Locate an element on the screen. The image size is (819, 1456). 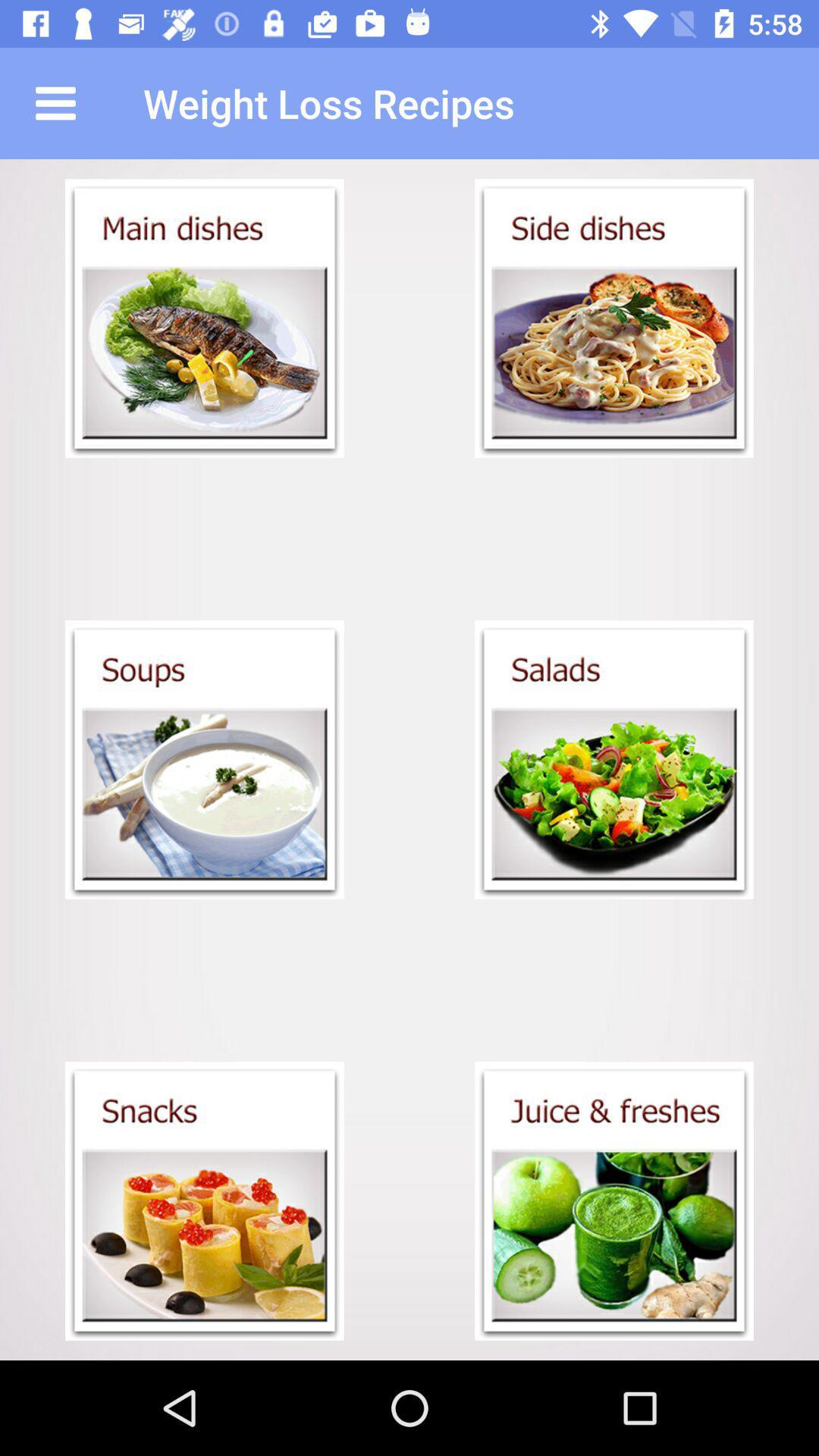
the item at the bottom right corner is located at coordinates (614, 1200).